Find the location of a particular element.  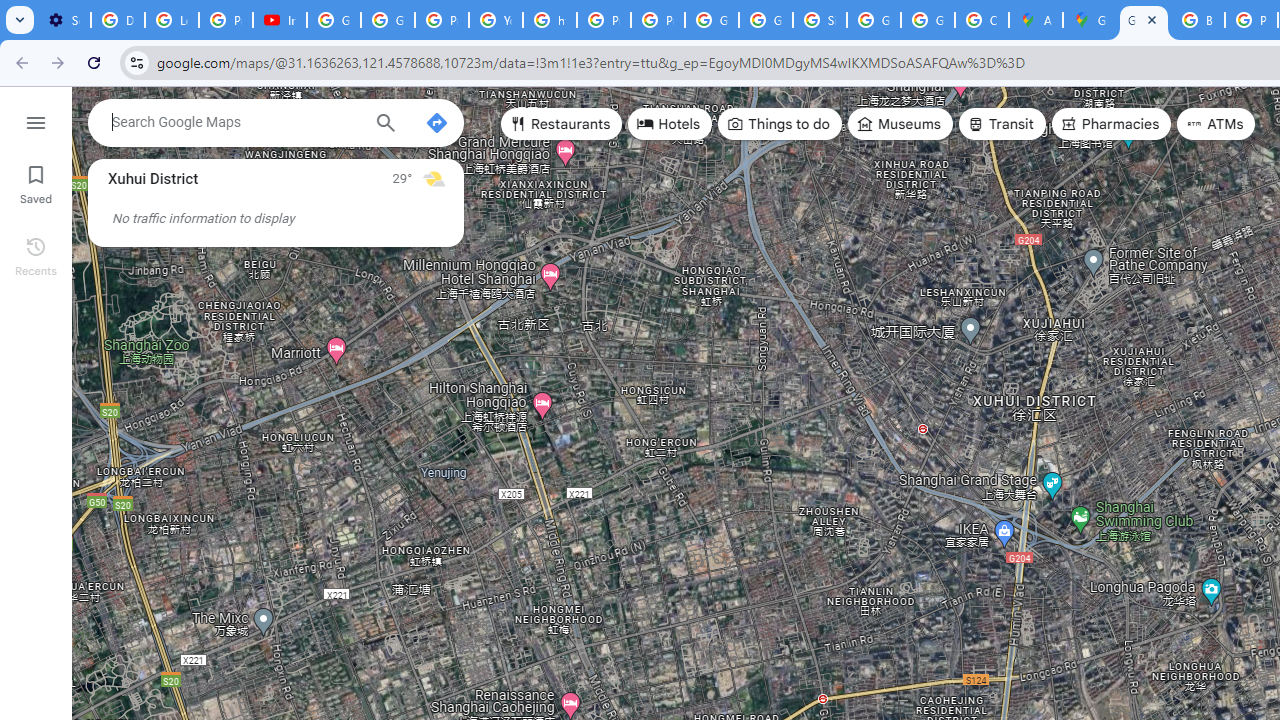

'Saved' is located at coordinates (35, 182).